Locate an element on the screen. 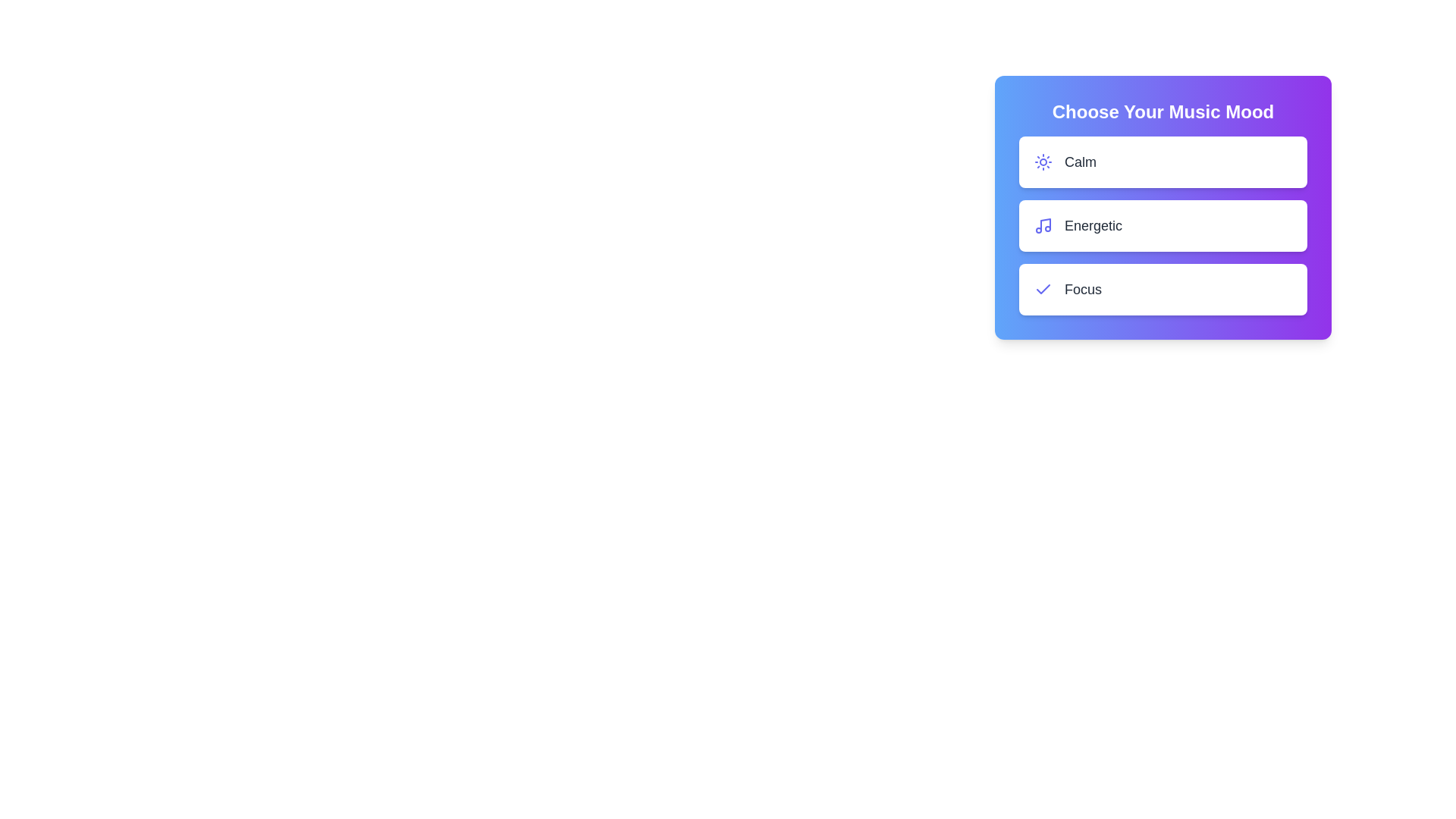 The width and height of the screenshot is (1456, 819). the 'Energetic' music mood button, which is the second button in a vertical list of three buttons within a gradient-colored card in the top-right quadrant of the interface is located at coordinates (1163, 225).